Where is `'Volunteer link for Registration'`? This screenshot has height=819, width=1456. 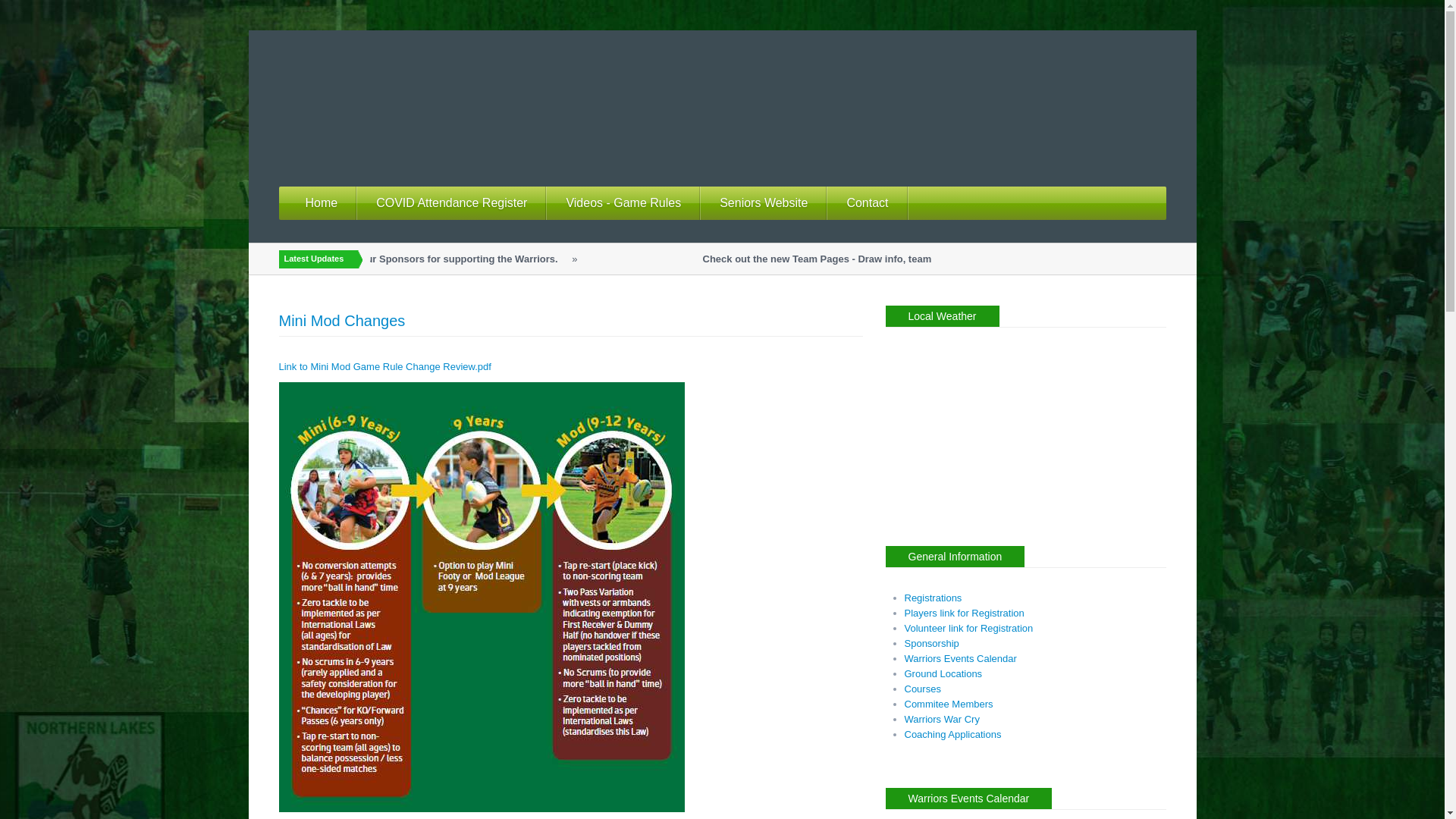
'Volunteer link for Registration' is located at coordinates (967, 628).